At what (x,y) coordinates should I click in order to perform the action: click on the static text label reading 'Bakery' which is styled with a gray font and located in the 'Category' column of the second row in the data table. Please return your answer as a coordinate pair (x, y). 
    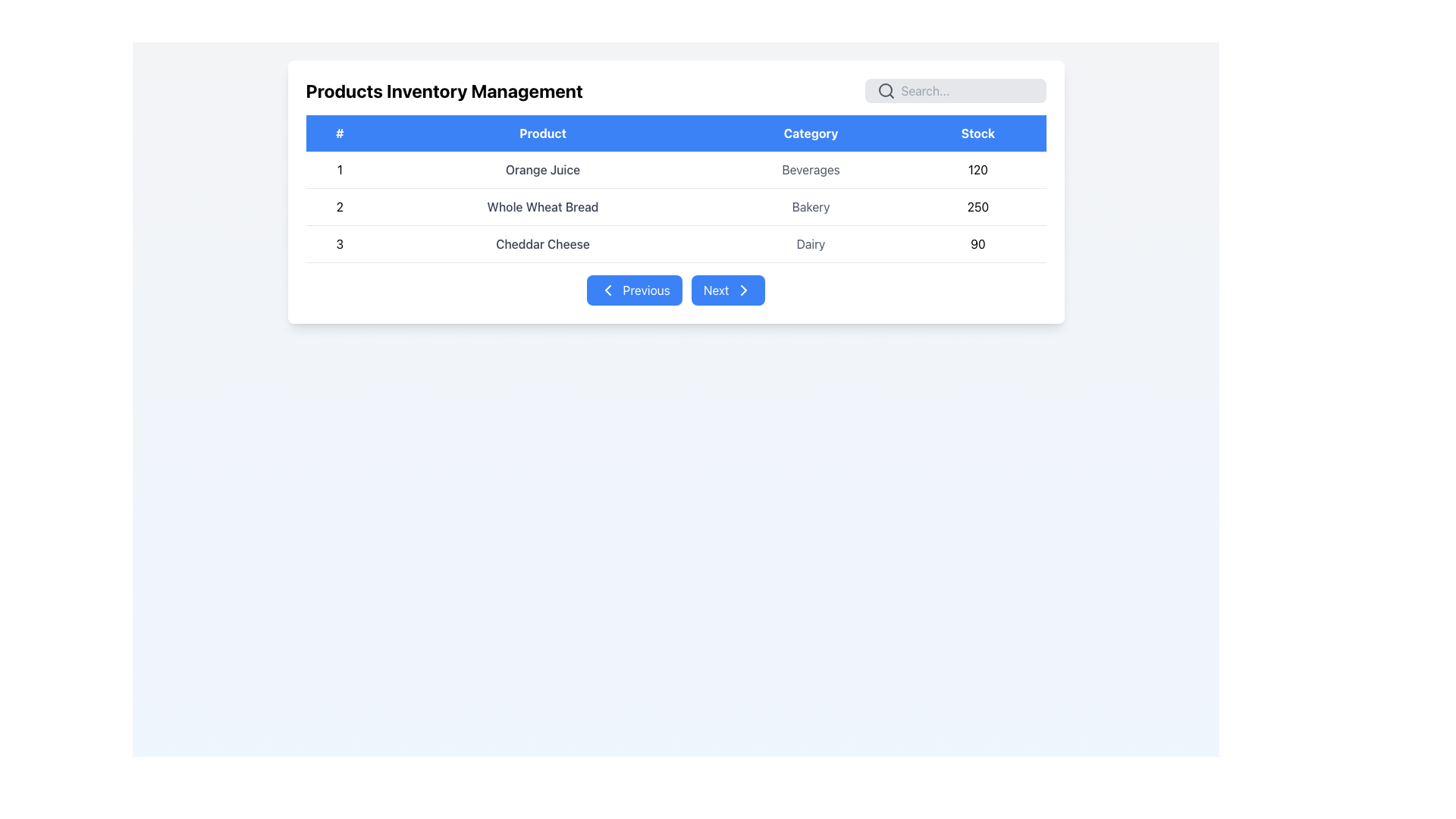
    Looking at the image, I should click on (810, 207).